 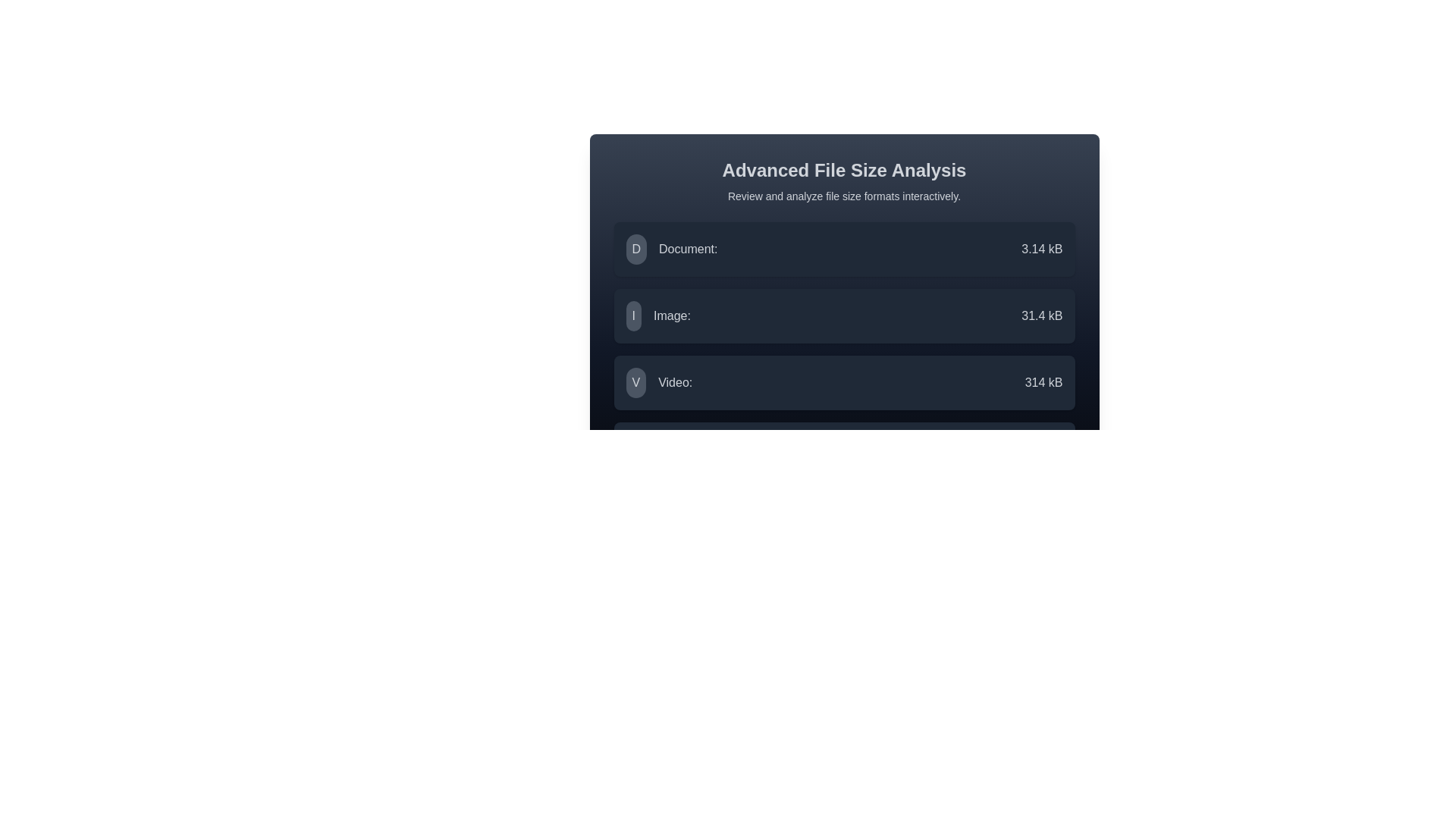 What do you see at coordinates (843, 315) in the screenshot?
I see `the informational list item labeled 'Image:' which displays the size '31.4 kB' for selection` at bounding box center [843, 315].